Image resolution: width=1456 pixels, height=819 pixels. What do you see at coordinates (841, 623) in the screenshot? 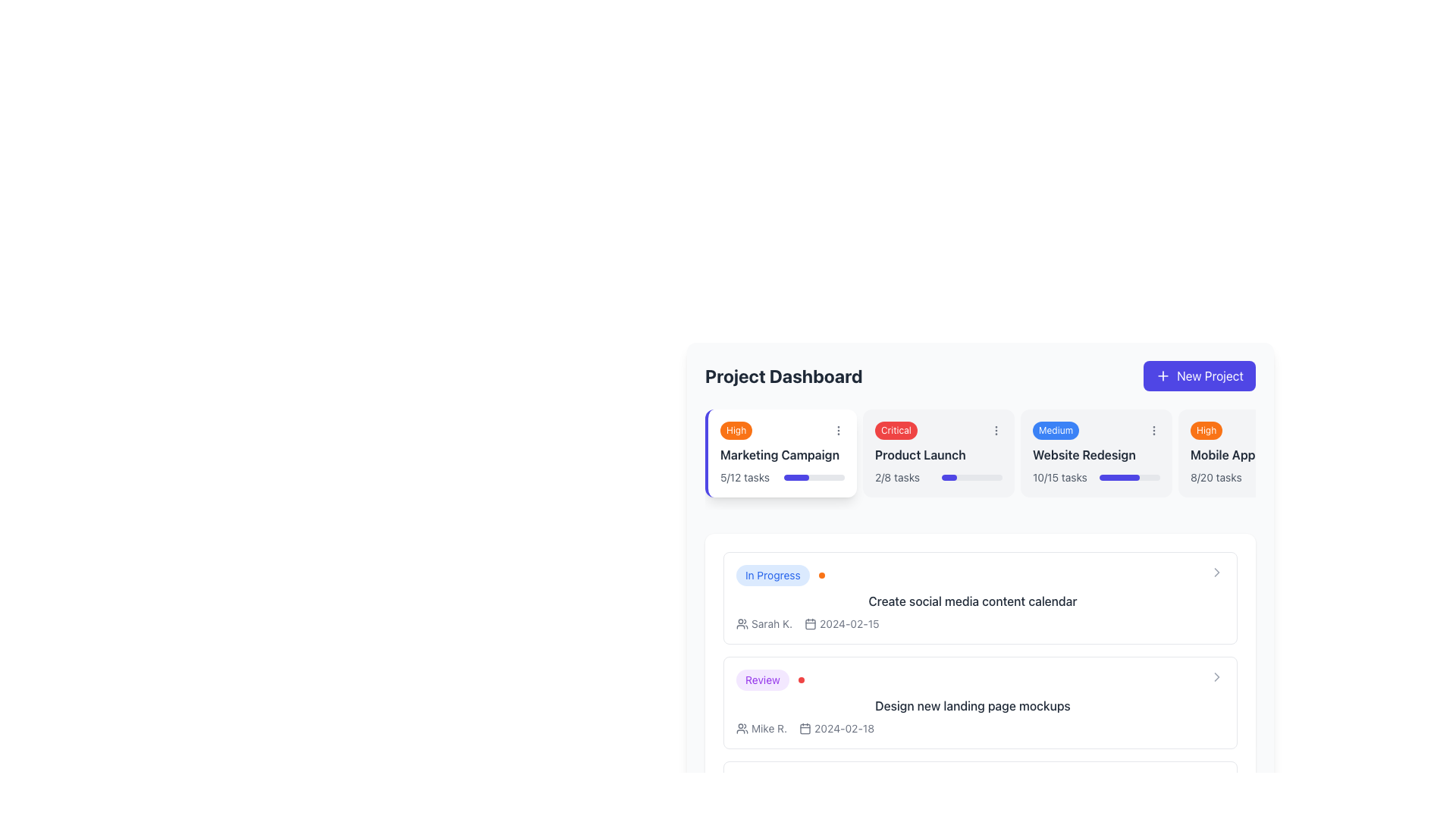
I see `the date displayed in the date display element with icon located under the 'Create social media content calendar' section, positioned to the right of 'Sarah K.'` at bounding box center [841, 623].